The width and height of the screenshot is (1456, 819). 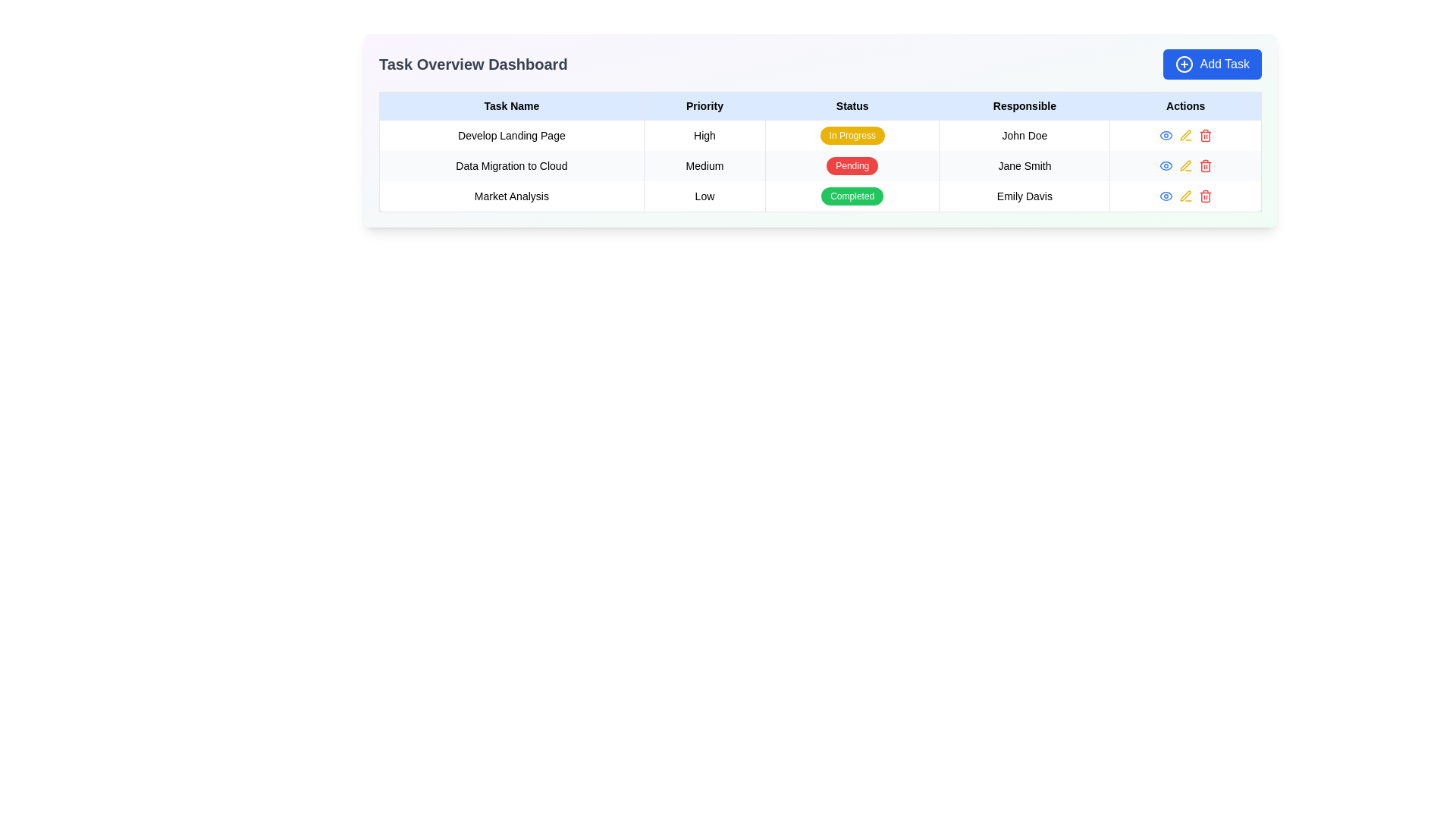 I want to click on the yellow badge labeled 'In Progress' located in the 'Status' column of the first row of the task overview table, so click(x=852, y=134).